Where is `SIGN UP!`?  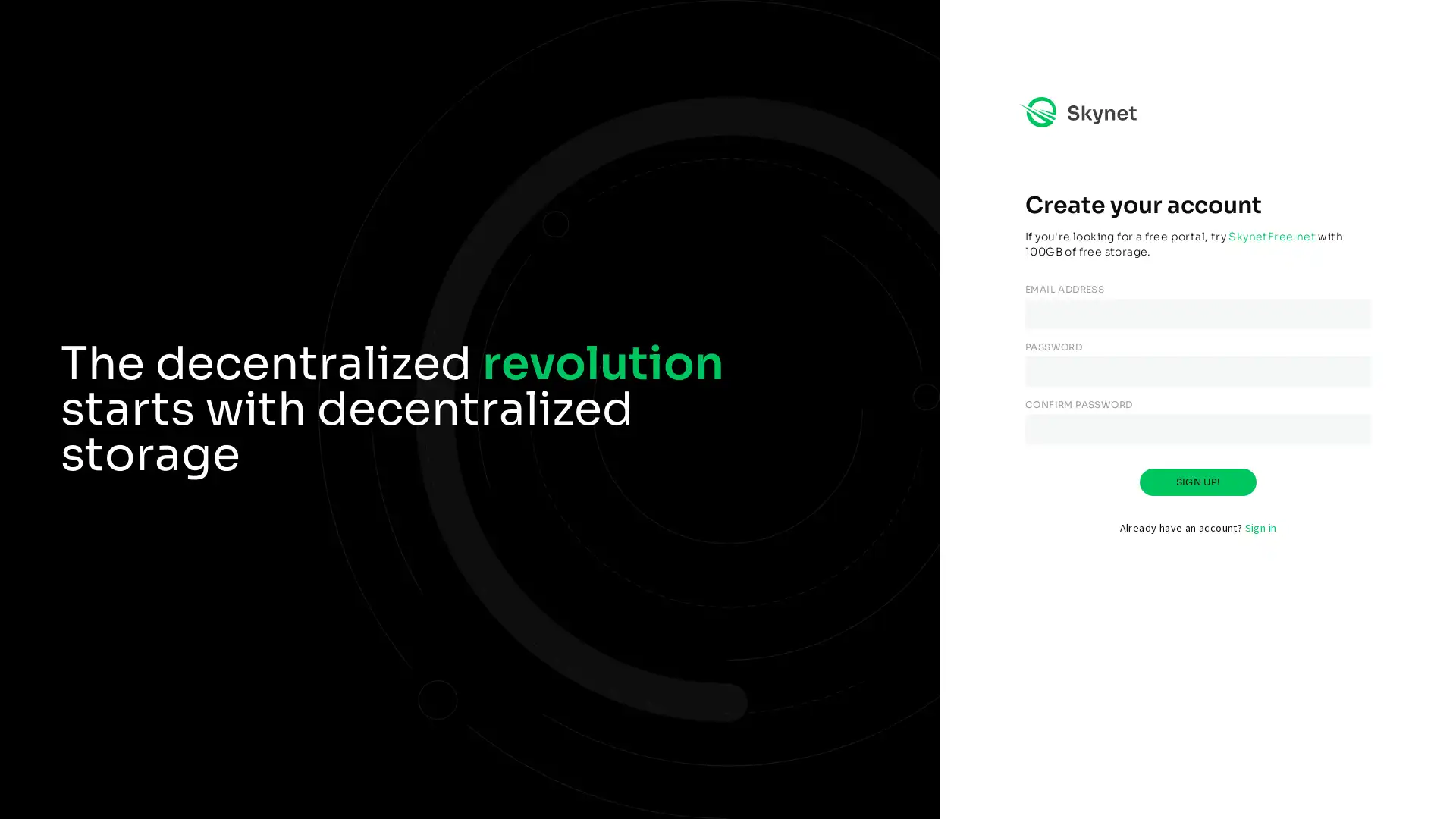 SIGN UP! is located at coordinates (1197, 482).